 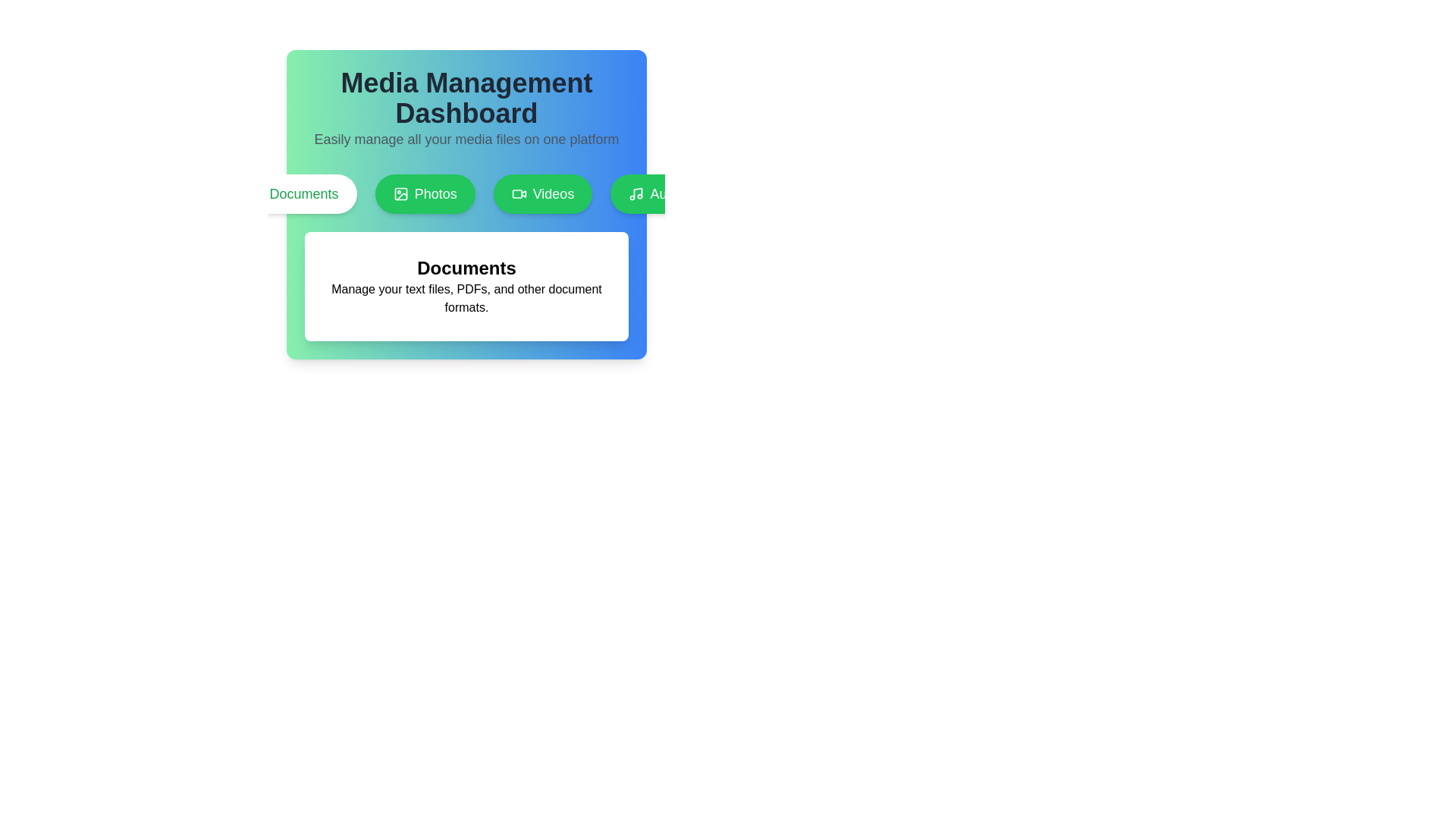 I want to click on the Text Label element that contains the description 'Manage your text files, PDFs, and other document formats.' located below the title 'Documents' within a white card, so click(x=466, y=298).